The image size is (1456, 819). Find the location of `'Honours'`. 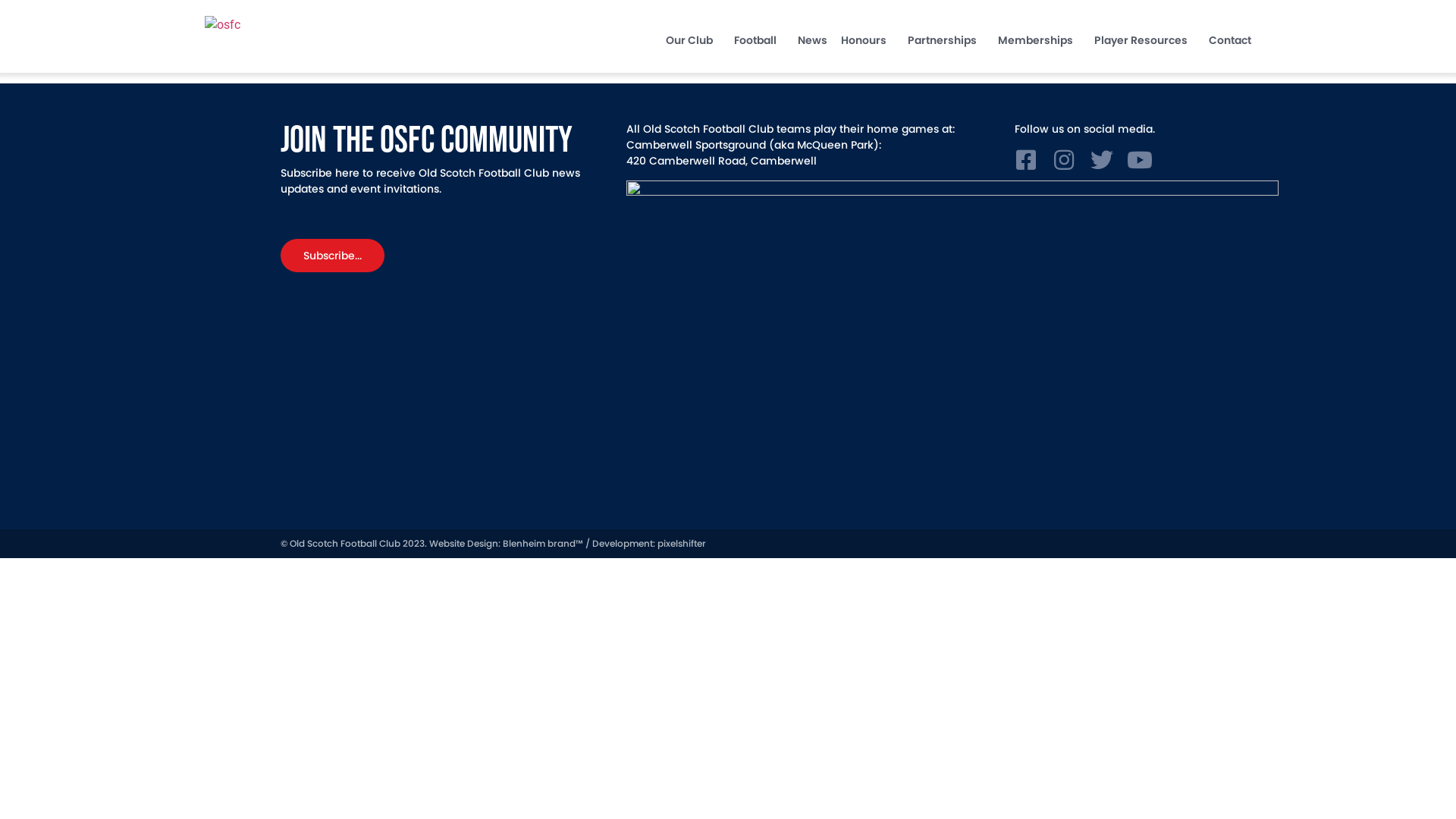

'Honours' is located at coordinates (867, 39).